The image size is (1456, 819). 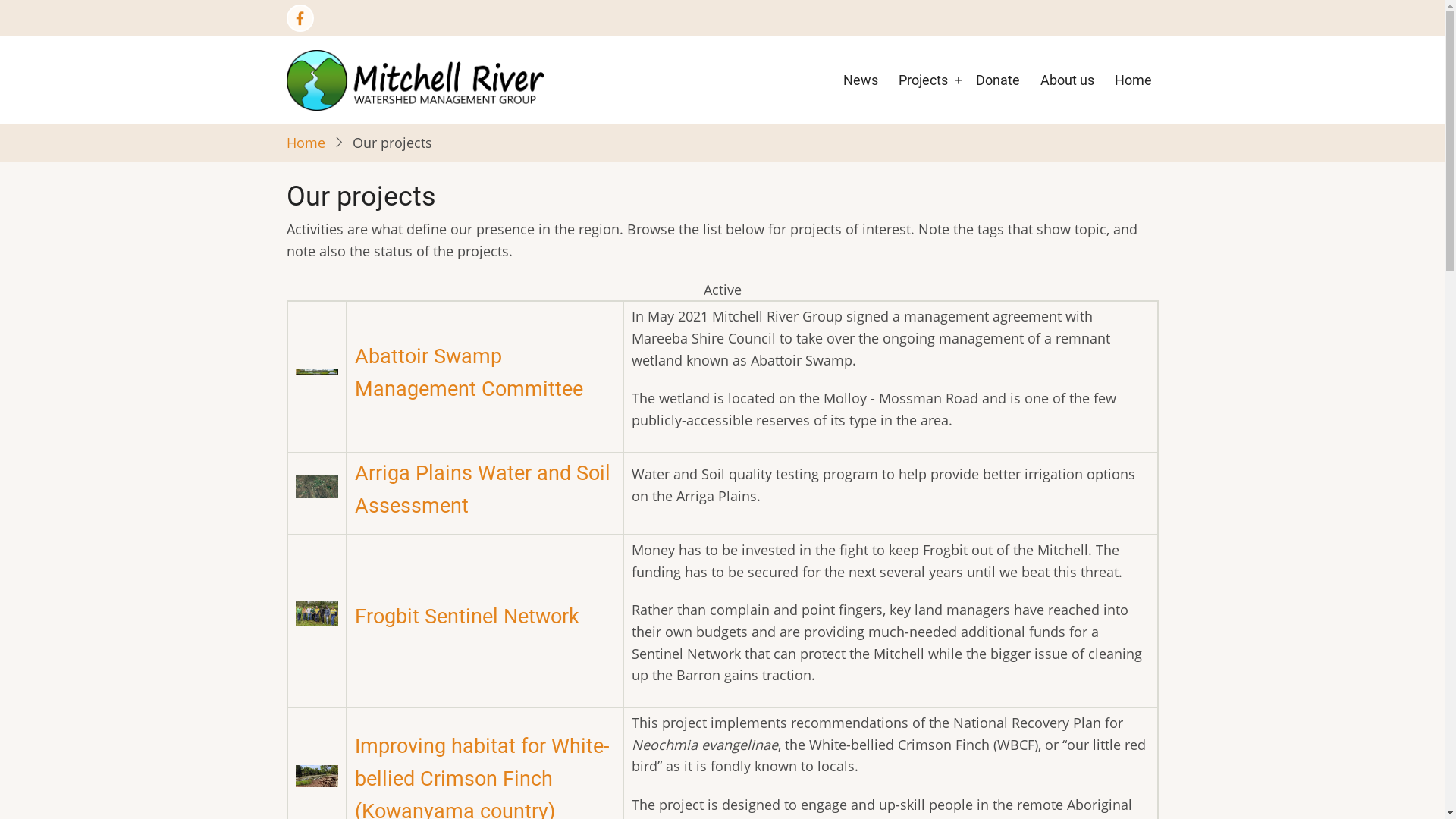 I want to click on 'Abattoir Swamp Management Committee', so click(x=468, y=372).